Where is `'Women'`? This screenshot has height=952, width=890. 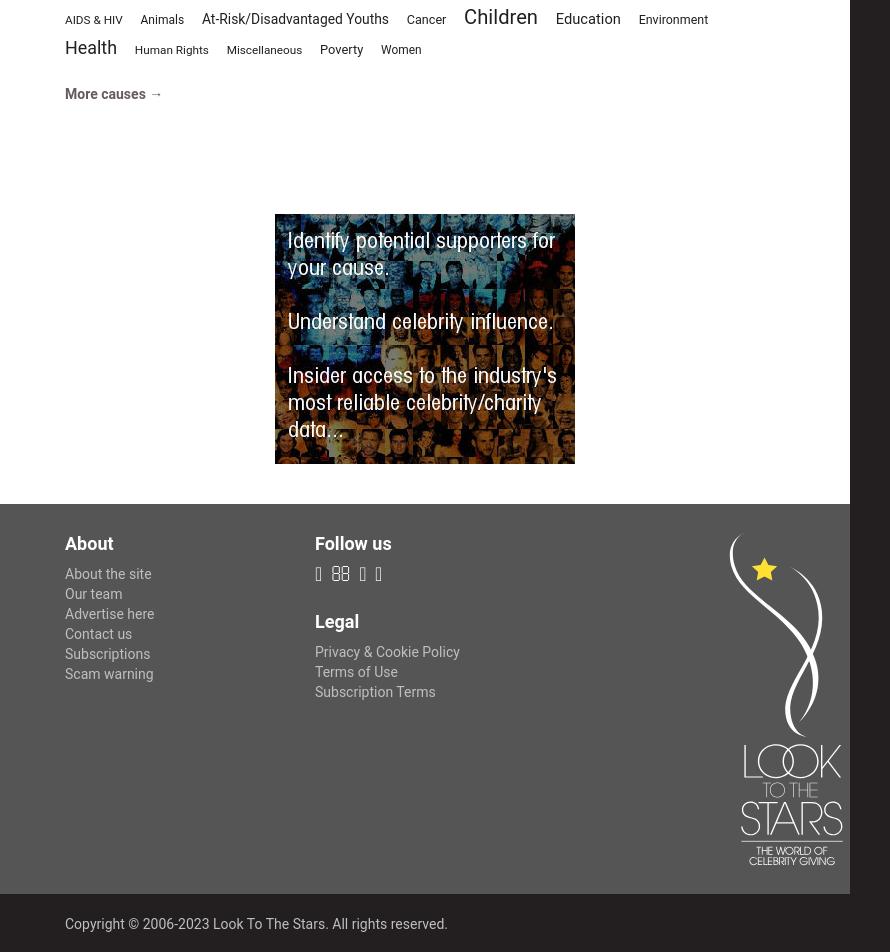 'Women' is located at coordinates (400, 49).